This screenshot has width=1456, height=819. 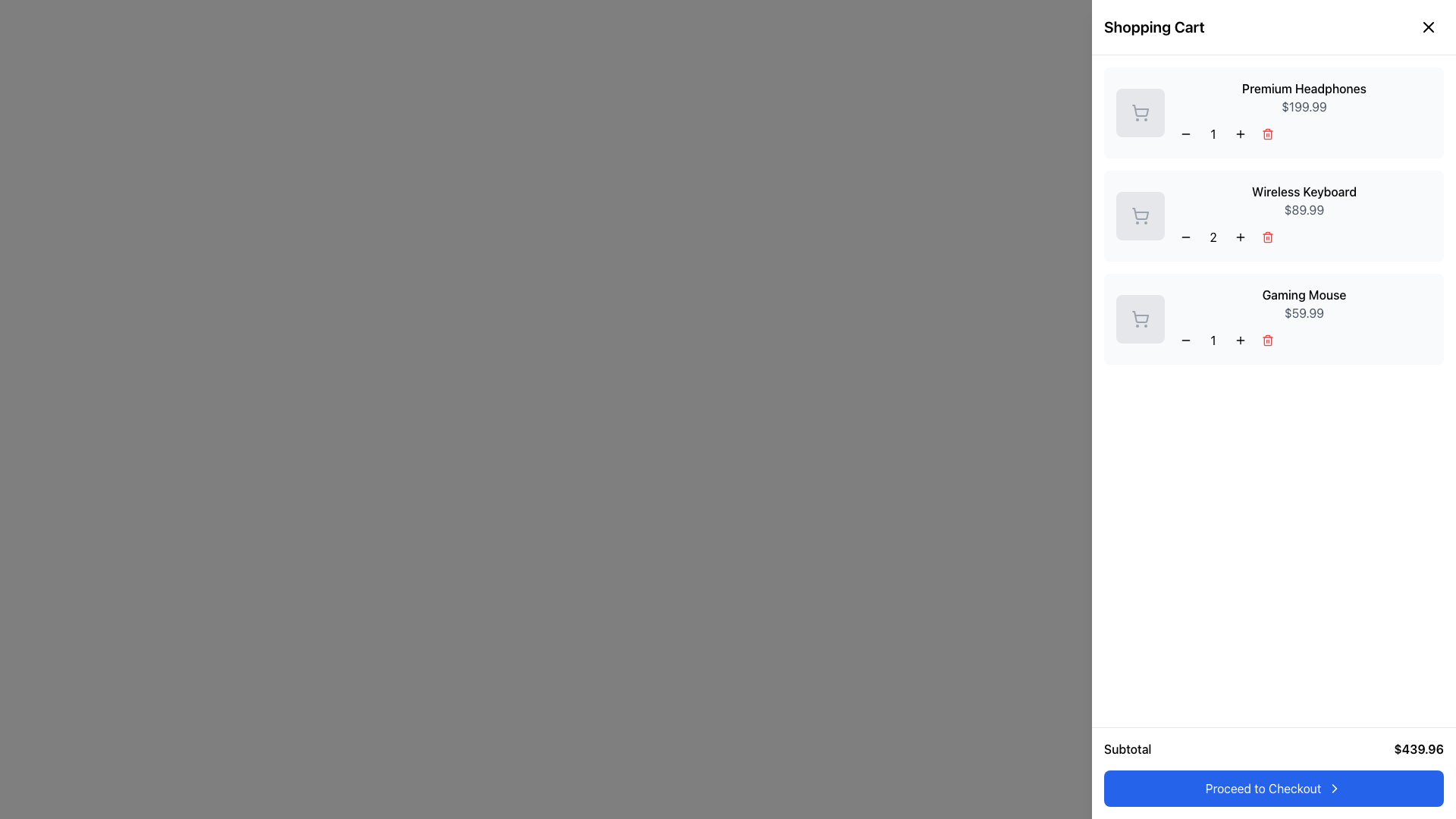 What do you see at coordinates (1427, 27) in the screenshot?
I see `the close button located in the top-right corner of the shopping cart interface to hide or remove the displayed shopping cart` at bounding box center [1427, 27].